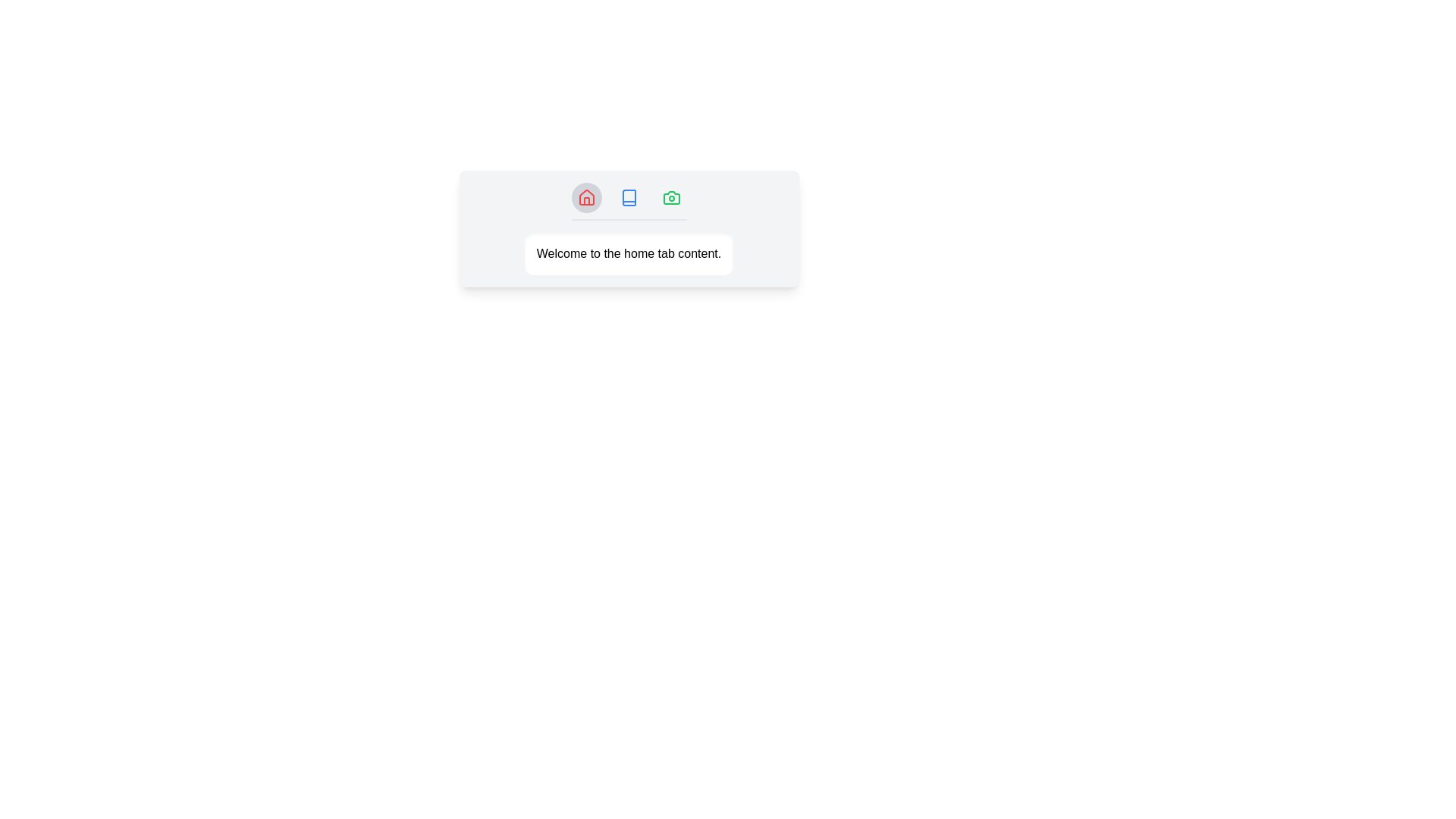 The height and width of the screenshot is (819, 1456). What do you see at coordinates (629, 197) in the screenshot?
I see `the tab icon corresponding to Library to switch to that tab` at bounding box center [629, 197].